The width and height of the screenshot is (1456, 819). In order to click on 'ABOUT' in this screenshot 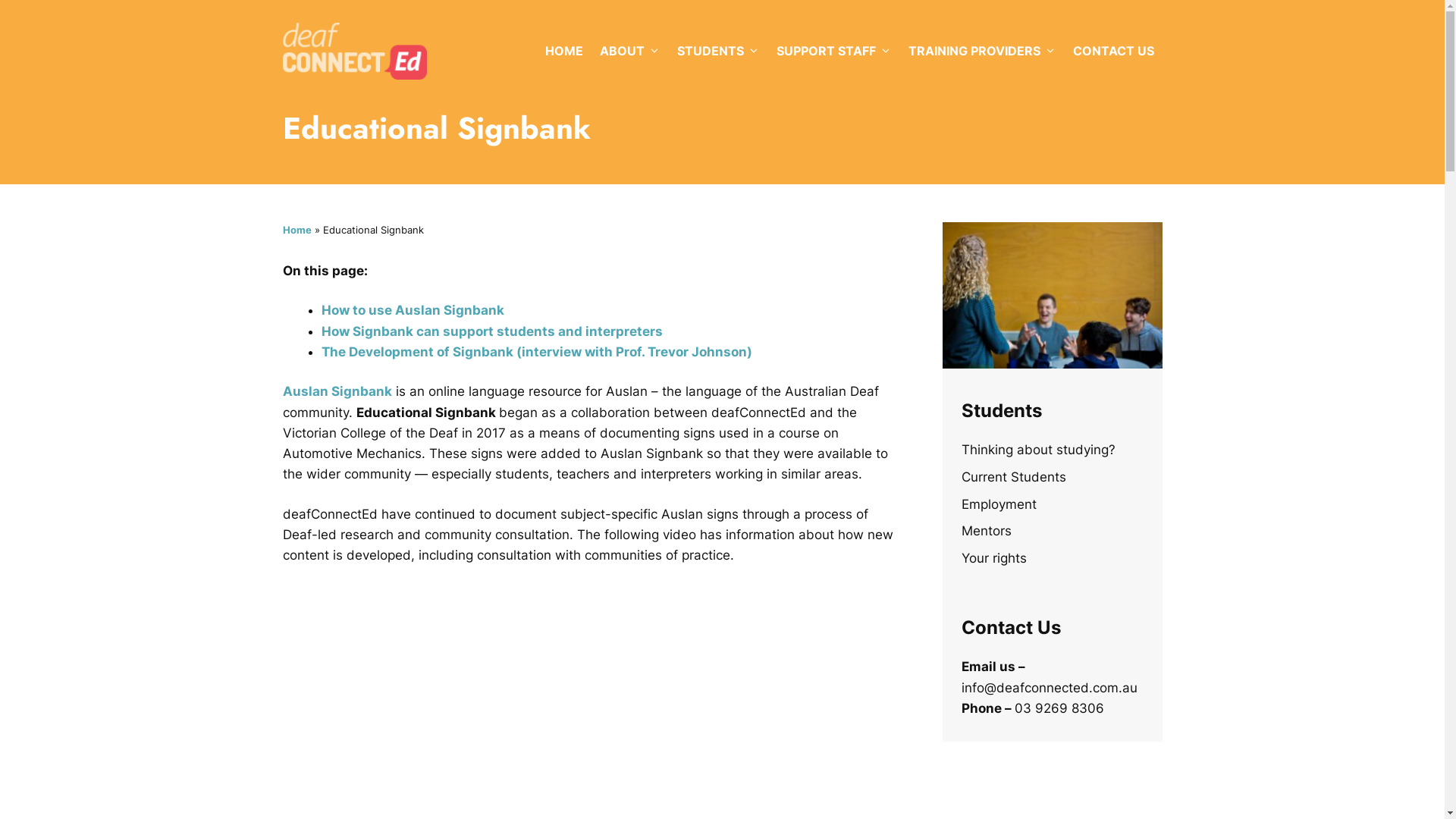, I will do `click(629, 49)`.